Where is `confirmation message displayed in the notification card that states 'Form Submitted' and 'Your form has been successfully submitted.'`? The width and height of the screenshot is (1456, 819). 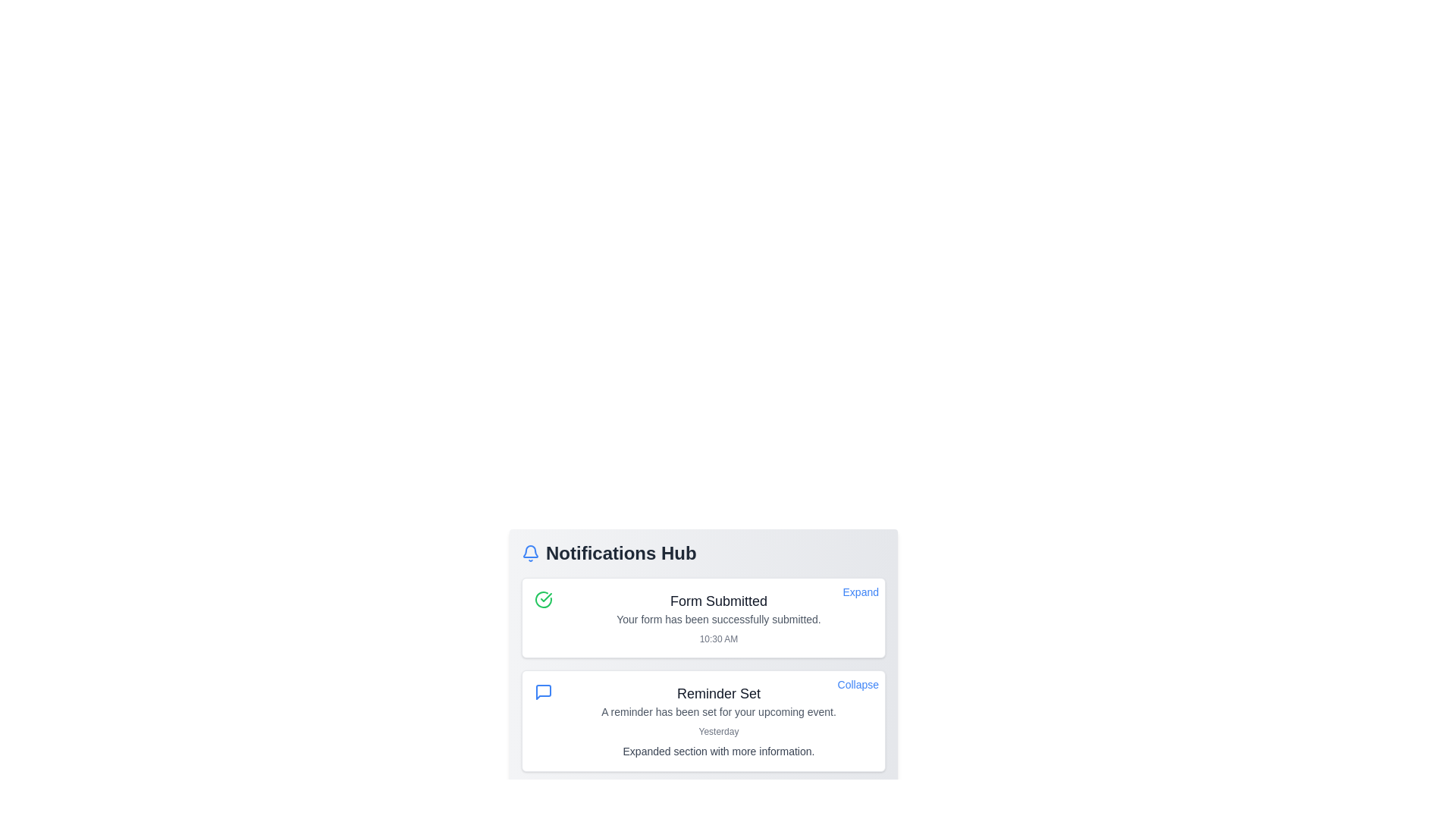 confirmation message displayed in the notification card that states 'Form Submitted' and 'Your form has been successfully submitted.' is located at coordinates (718, 617).